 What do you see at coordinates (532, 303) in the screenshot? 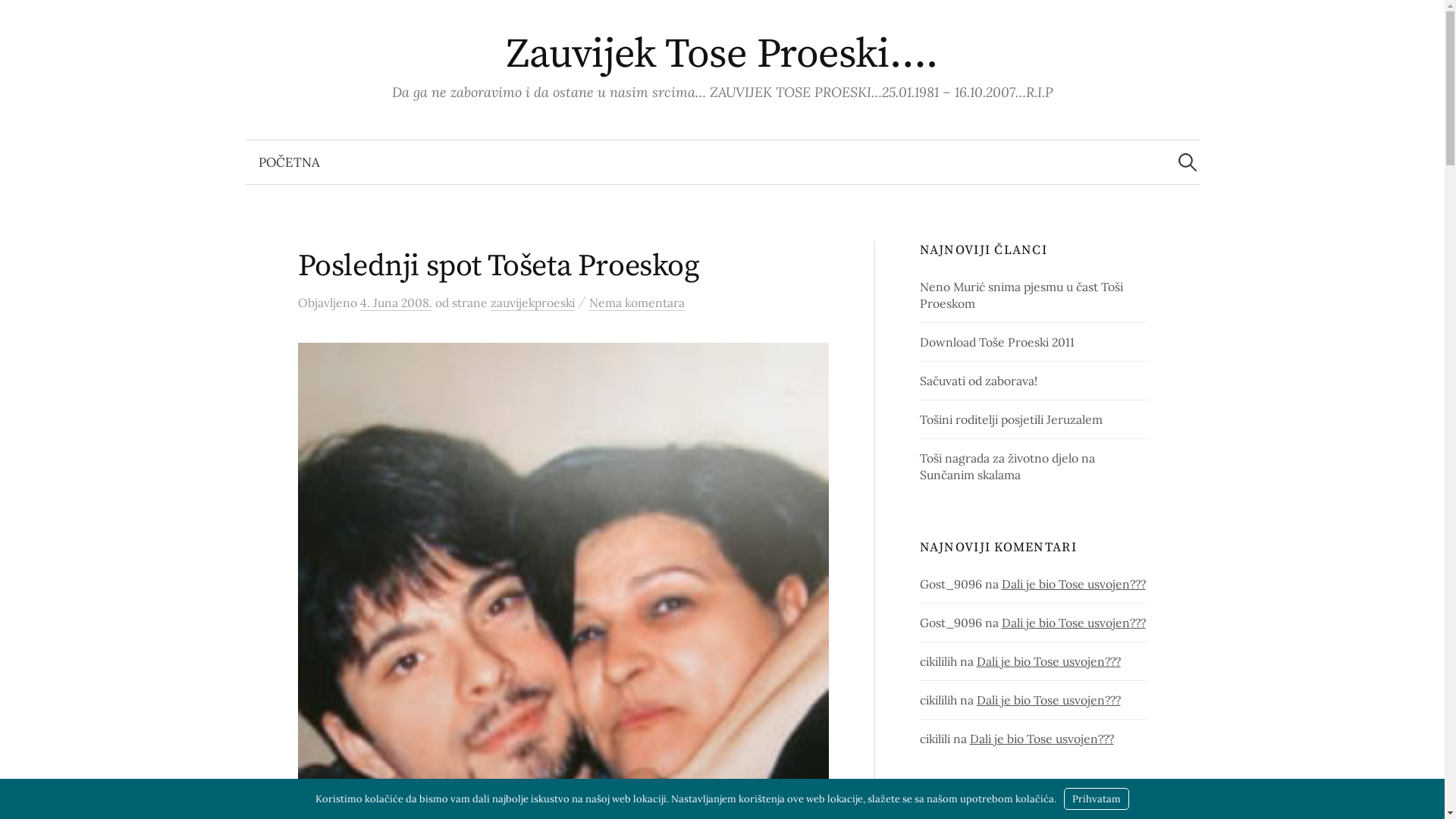
I see `'zauvijekproeski'` at bounding box center [532, 303].